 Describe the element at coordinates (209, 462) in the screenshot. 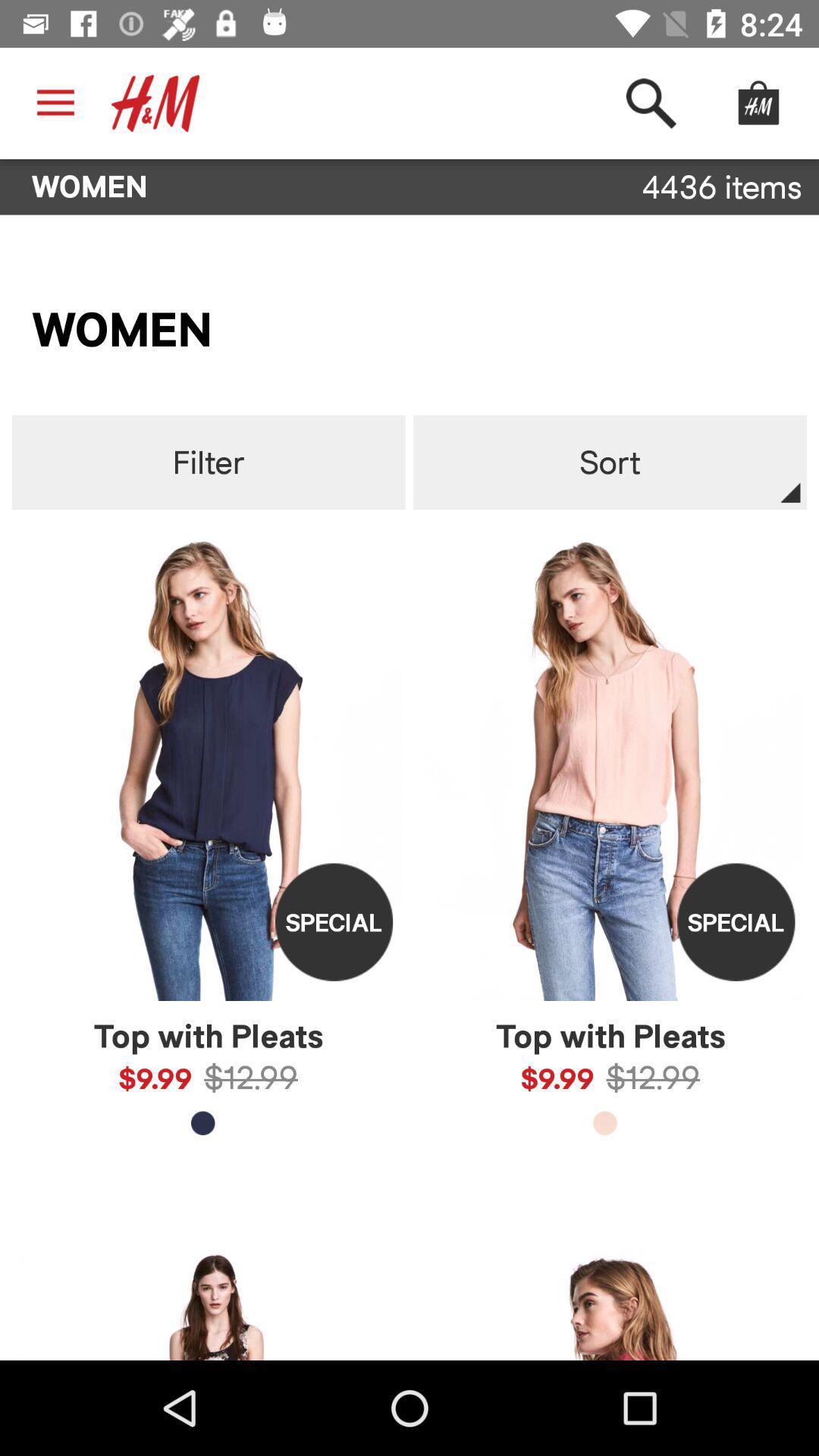

I see `filter item` at that location.